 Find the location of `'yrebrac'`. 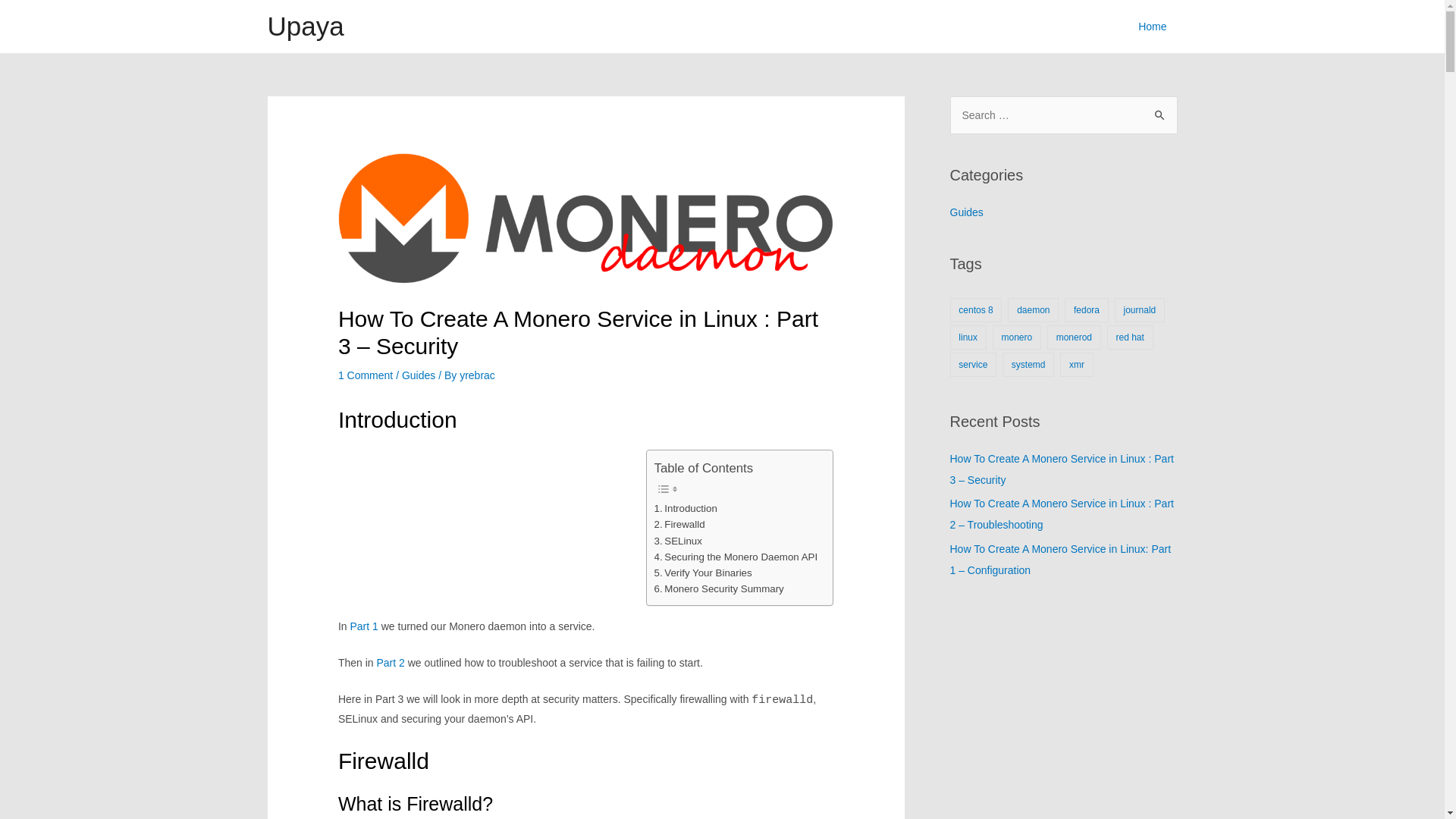

'yrebrac' is located at coordinates (458, 375).